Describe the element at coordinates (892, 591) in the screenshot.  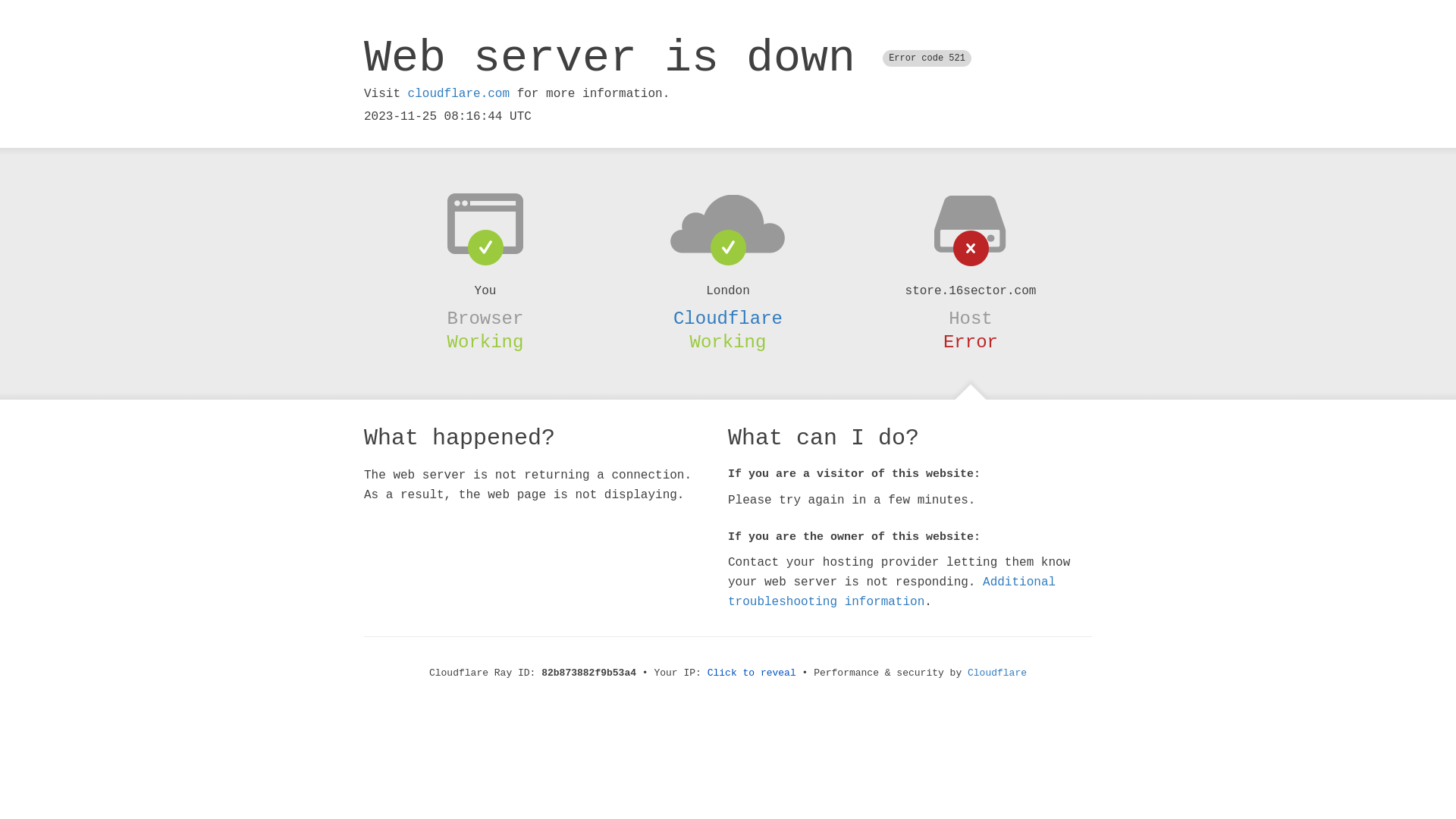
I see `'Additional troubleshooting information'` at that location.